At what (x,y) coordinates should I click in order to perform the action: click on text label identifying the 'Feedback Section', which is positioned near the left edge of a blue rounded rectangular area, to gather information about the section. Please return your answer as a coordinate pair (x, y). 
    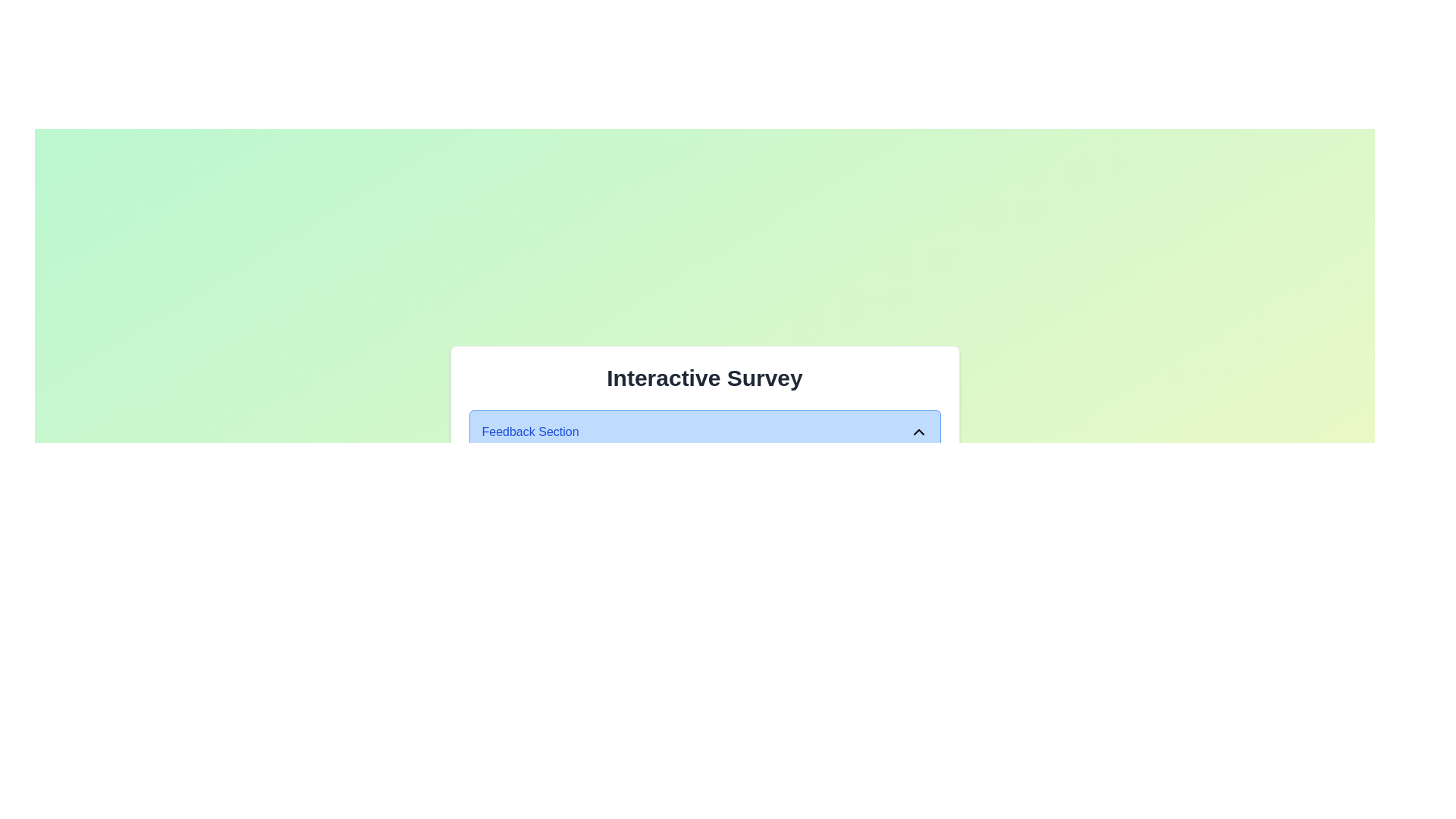
    Looking at the image, I should click on (530, 431).